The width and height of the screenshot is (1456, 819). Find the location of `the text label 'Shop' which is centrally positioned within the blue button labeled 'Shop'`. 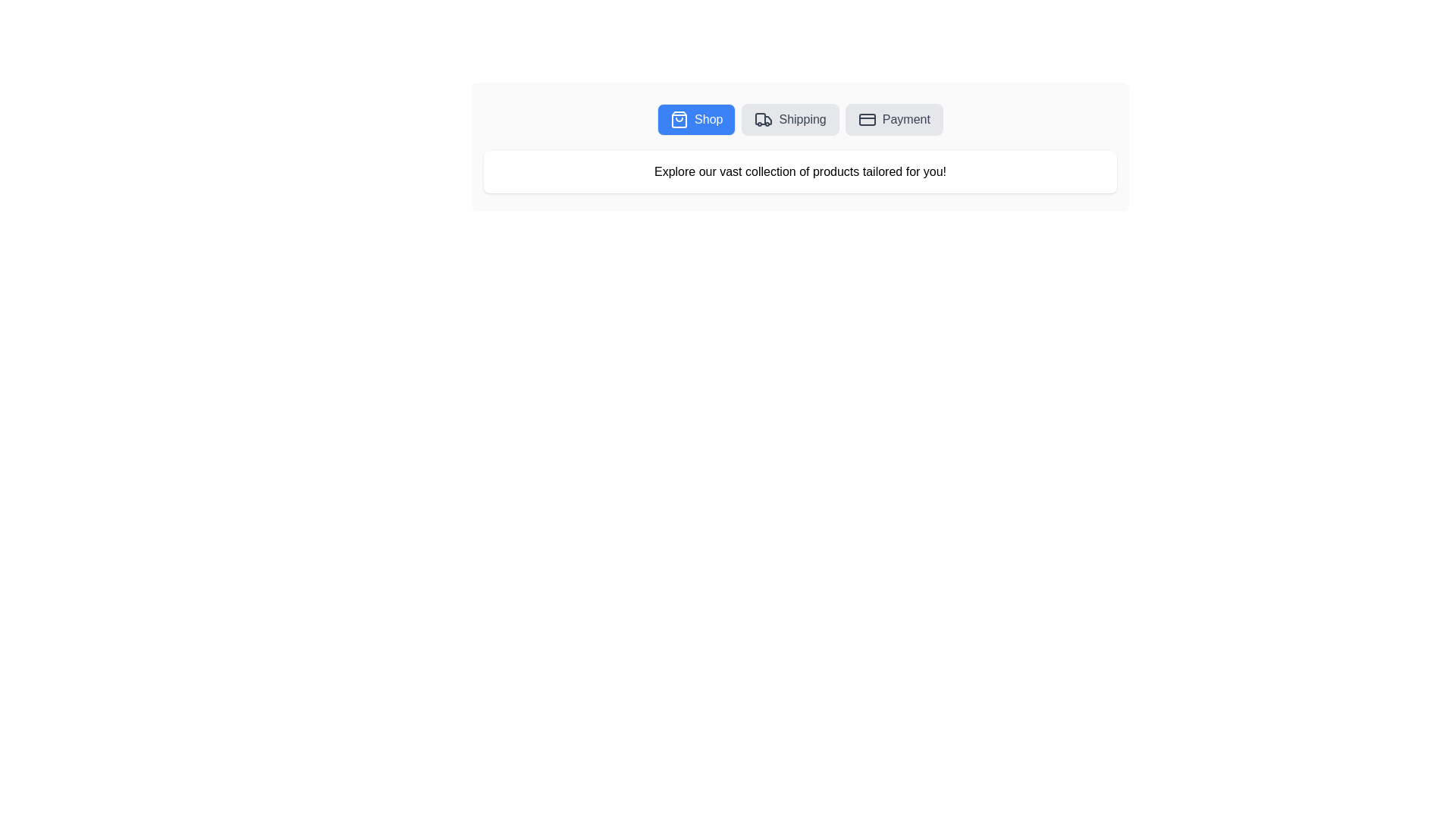

the text label 'Shop' which is centrally positioned within the blue button labeled 'Shop' is located at coordinates (708, 119).